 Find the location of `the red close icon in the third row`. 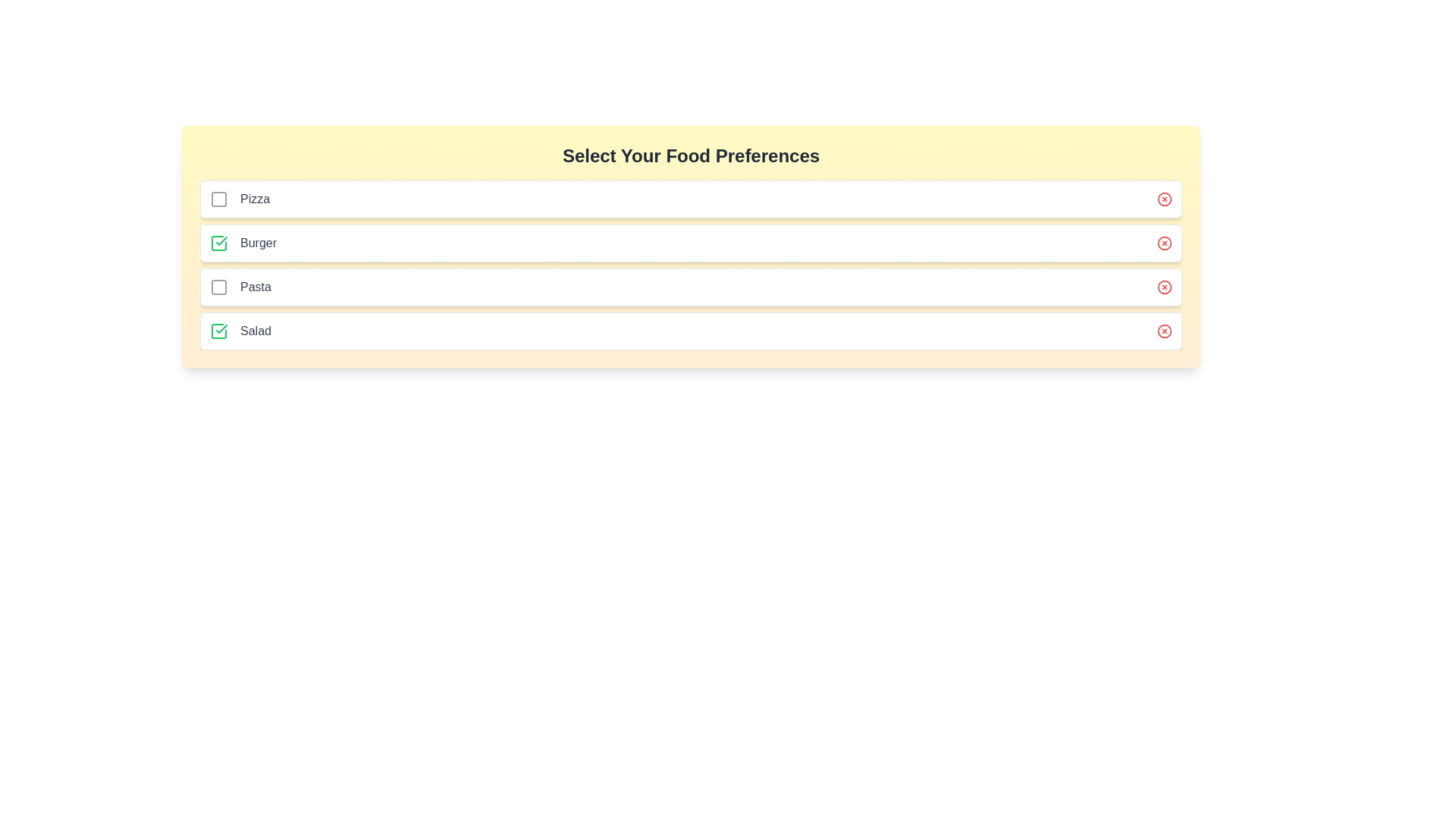

the red close icon in the third row is located at coordinates (1164, 287).